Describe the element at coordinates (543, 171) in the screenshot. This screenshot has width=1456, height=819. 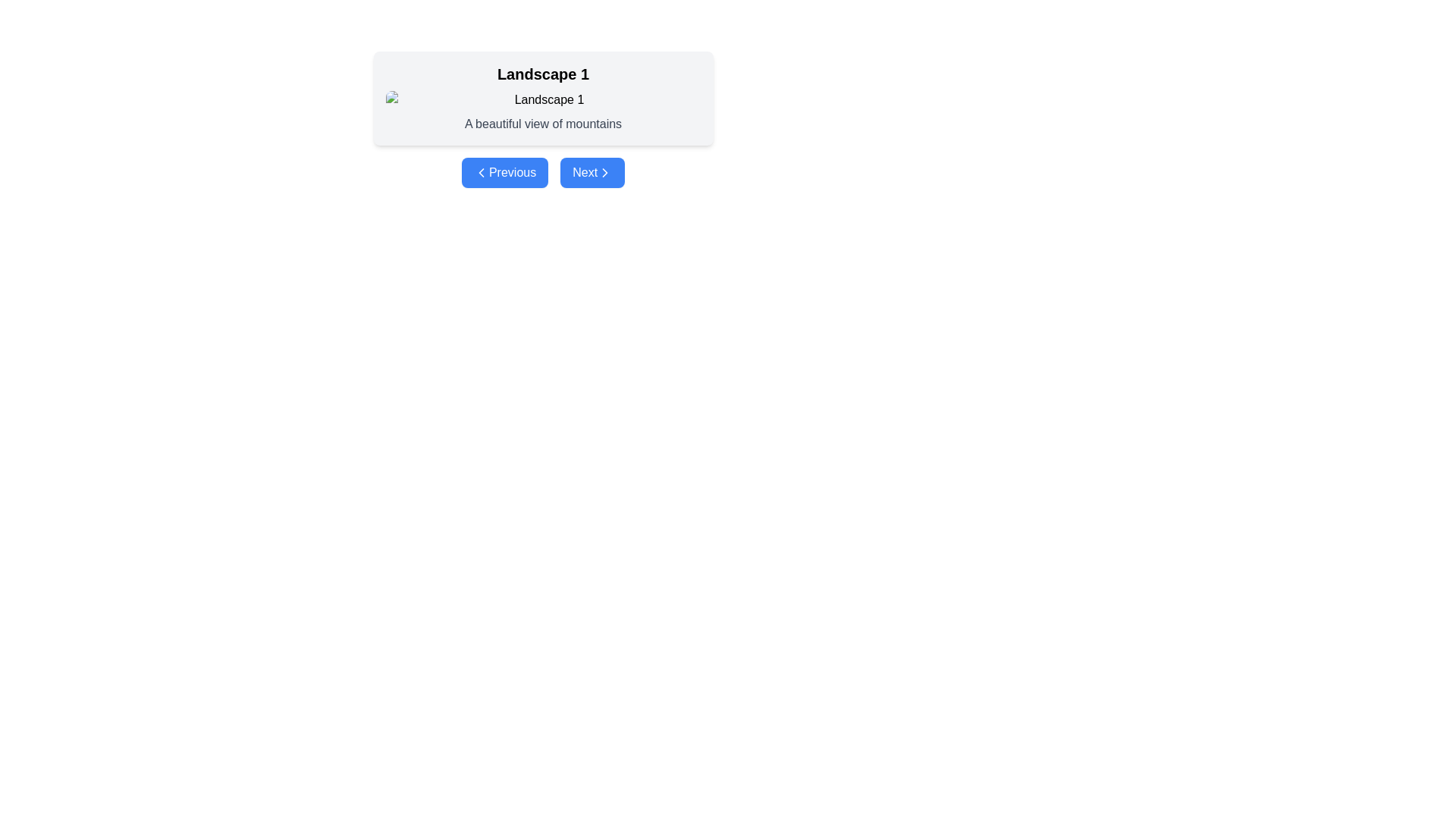
I see `the 'Previous' button in the Navigation buttons group, which consists of two blue rectangular buttons labeled 'Previous' and 'Next', positioned below the card displaying 'Landscape 1'` at that location.